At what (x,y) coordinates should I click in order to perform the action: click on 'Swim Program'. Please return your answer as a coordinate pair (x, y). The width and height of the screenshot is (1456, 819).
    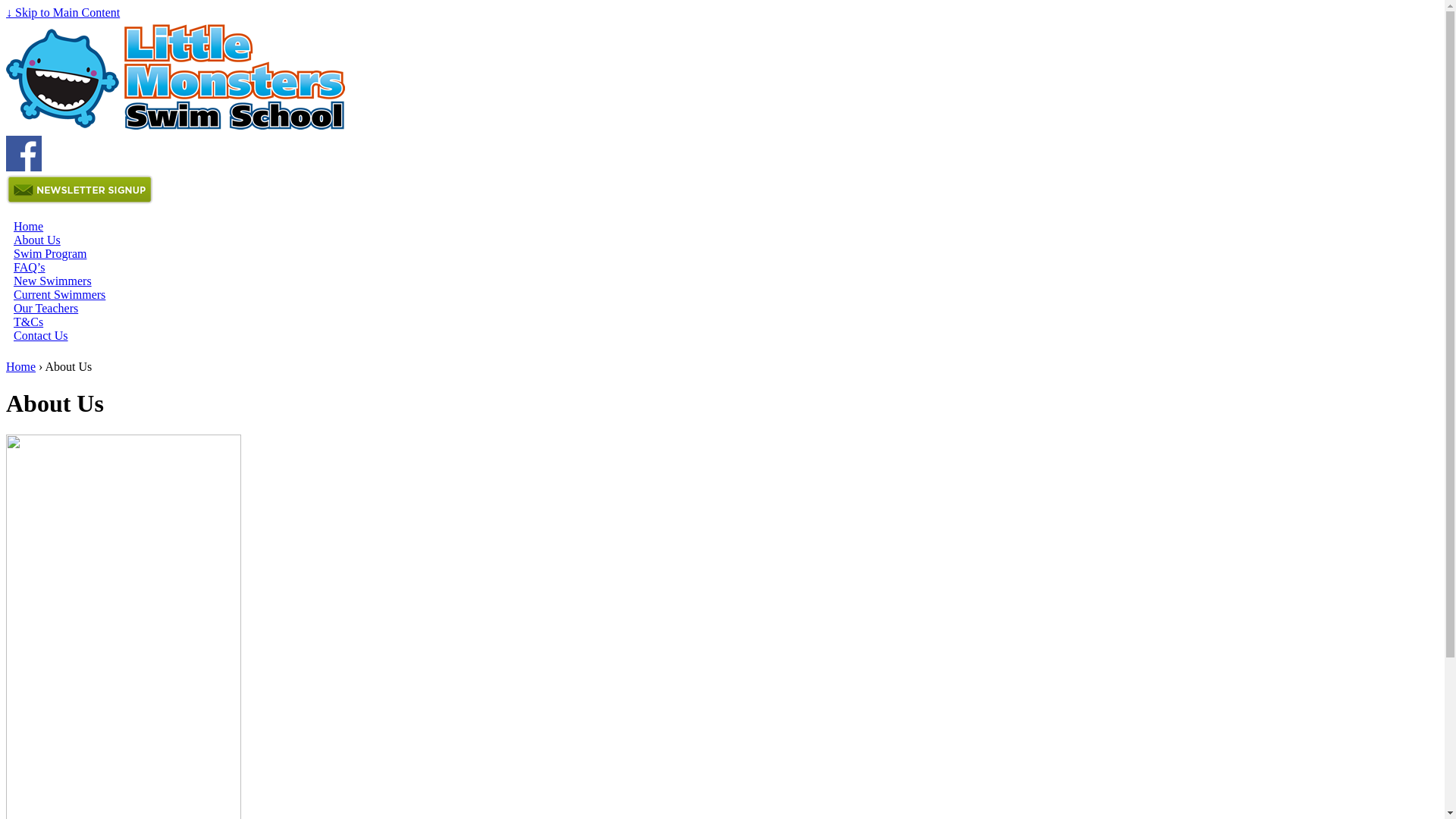
    Looking at the image, I should click on (50, 253).